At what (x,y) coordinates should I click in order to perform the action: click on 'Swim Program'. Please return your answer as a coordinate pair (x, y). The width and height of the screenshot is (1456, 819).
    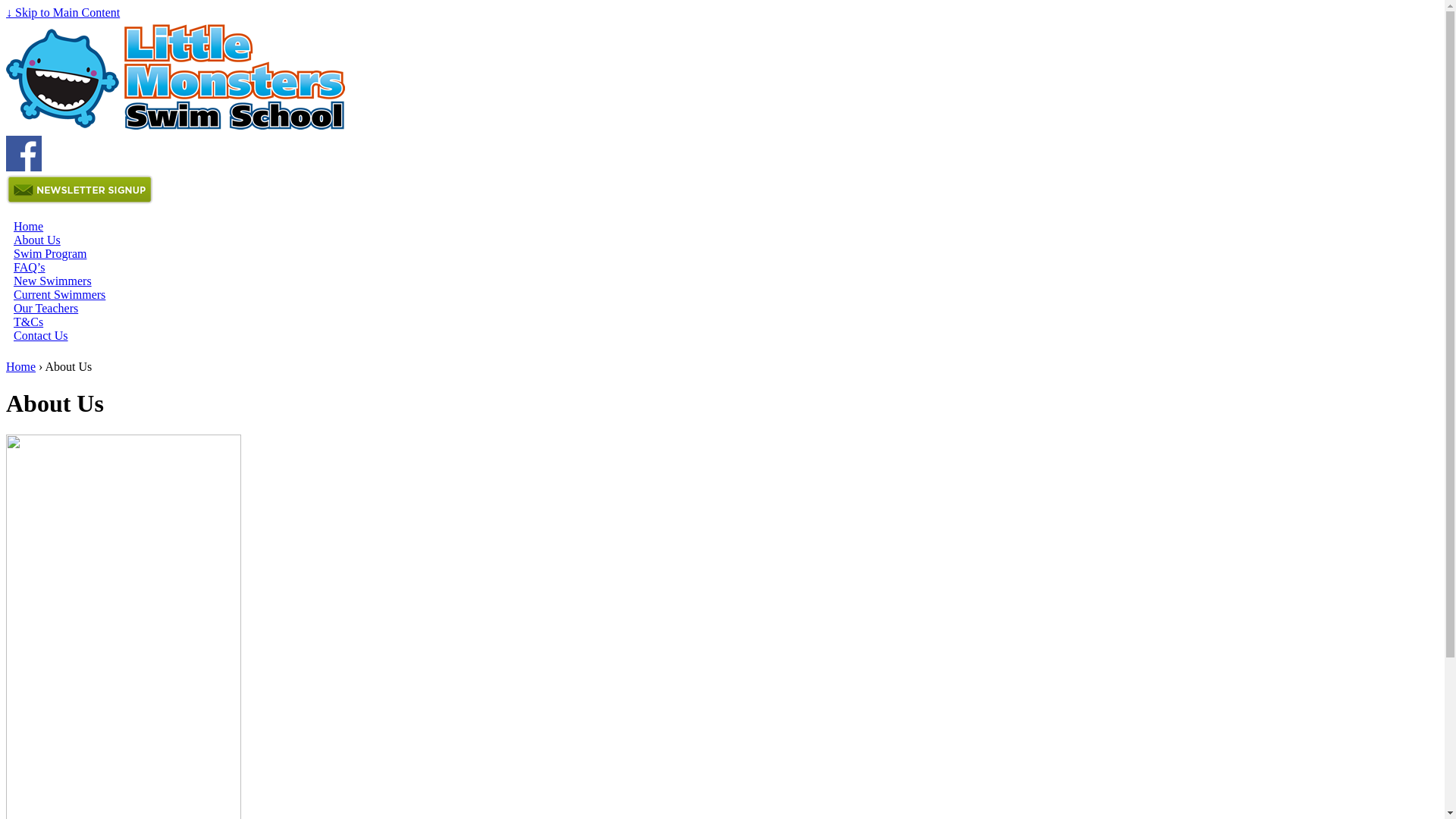
    Looking at the image, I should click on (50, 253).